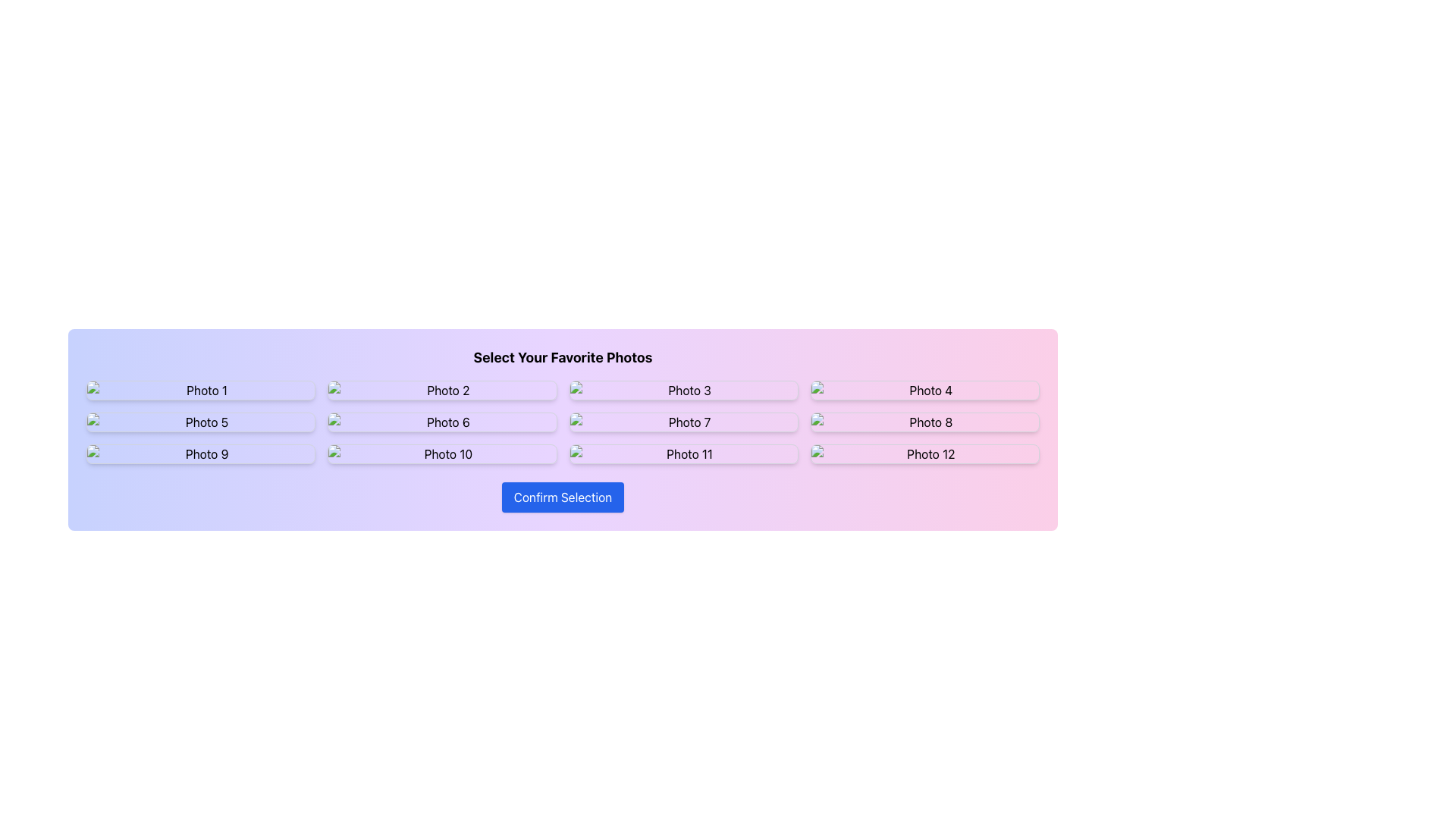 The image size is (1456, 819). I want to click on the image component displaying a placeholder for 'Photo 10' located in the third column of the grid layout, so click(441, 453).